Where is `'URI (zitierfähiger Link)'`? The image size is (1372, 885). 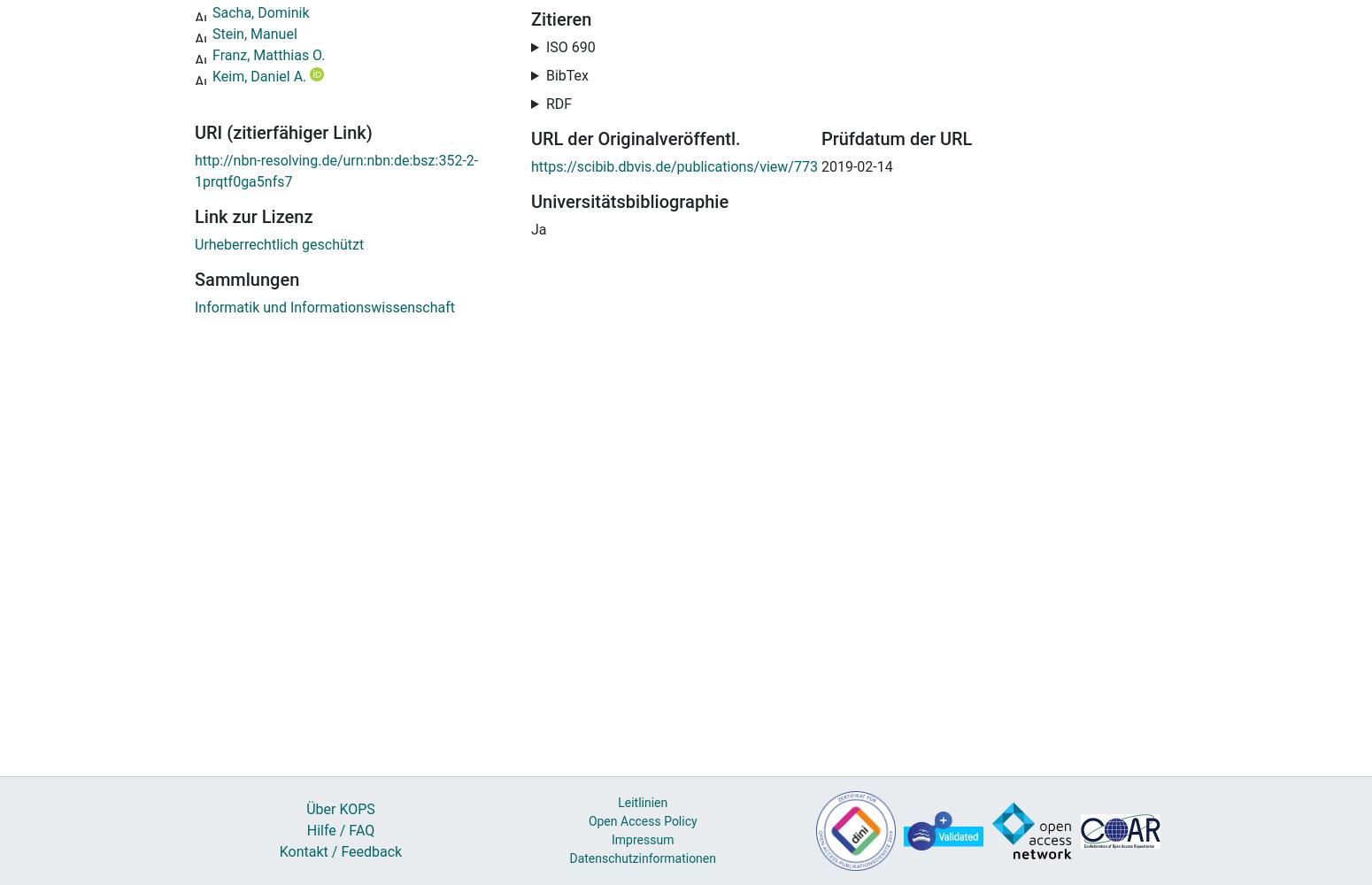 'URI (zitierfähiger Link)' is located at coordinates (282, 132).